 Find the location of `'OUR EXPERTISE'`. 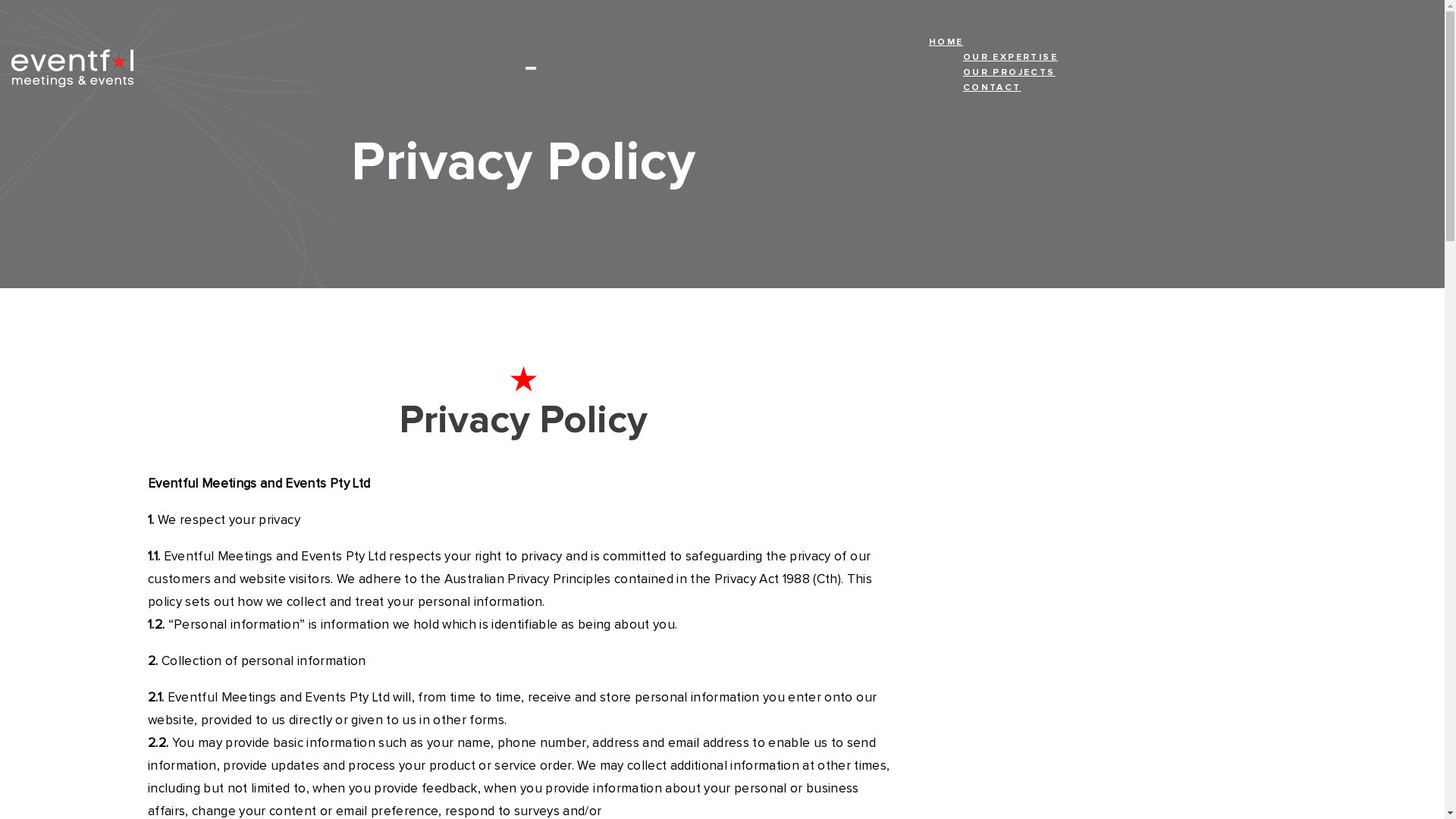

'OUR EXPERTISE' is located at coordinates (1010, 60).